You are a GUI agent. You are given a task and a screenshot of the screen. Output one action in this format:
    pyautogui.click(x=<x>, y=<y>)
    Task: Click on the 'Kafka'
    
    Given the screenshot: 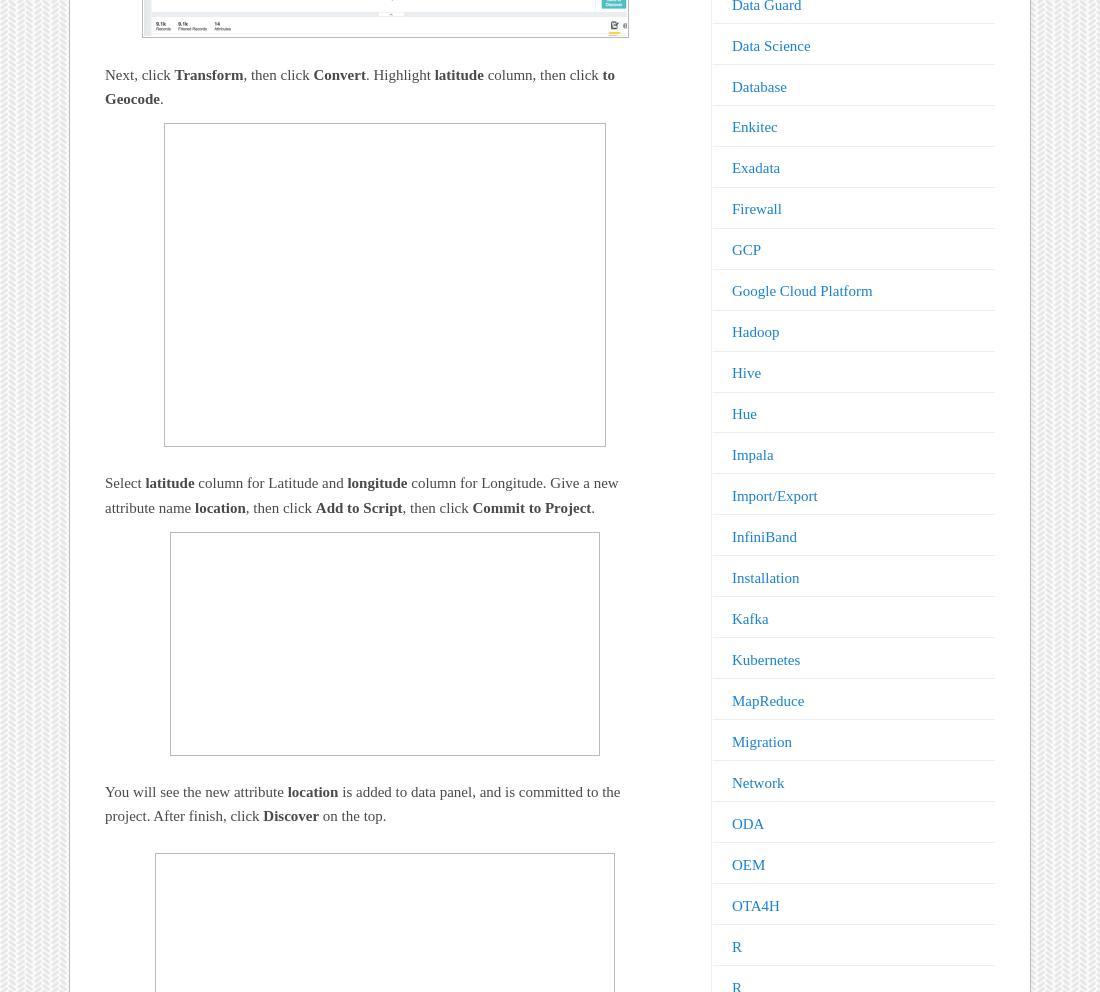 What is the action you would take?
    pyautogui.click(x=748, y=618)
    